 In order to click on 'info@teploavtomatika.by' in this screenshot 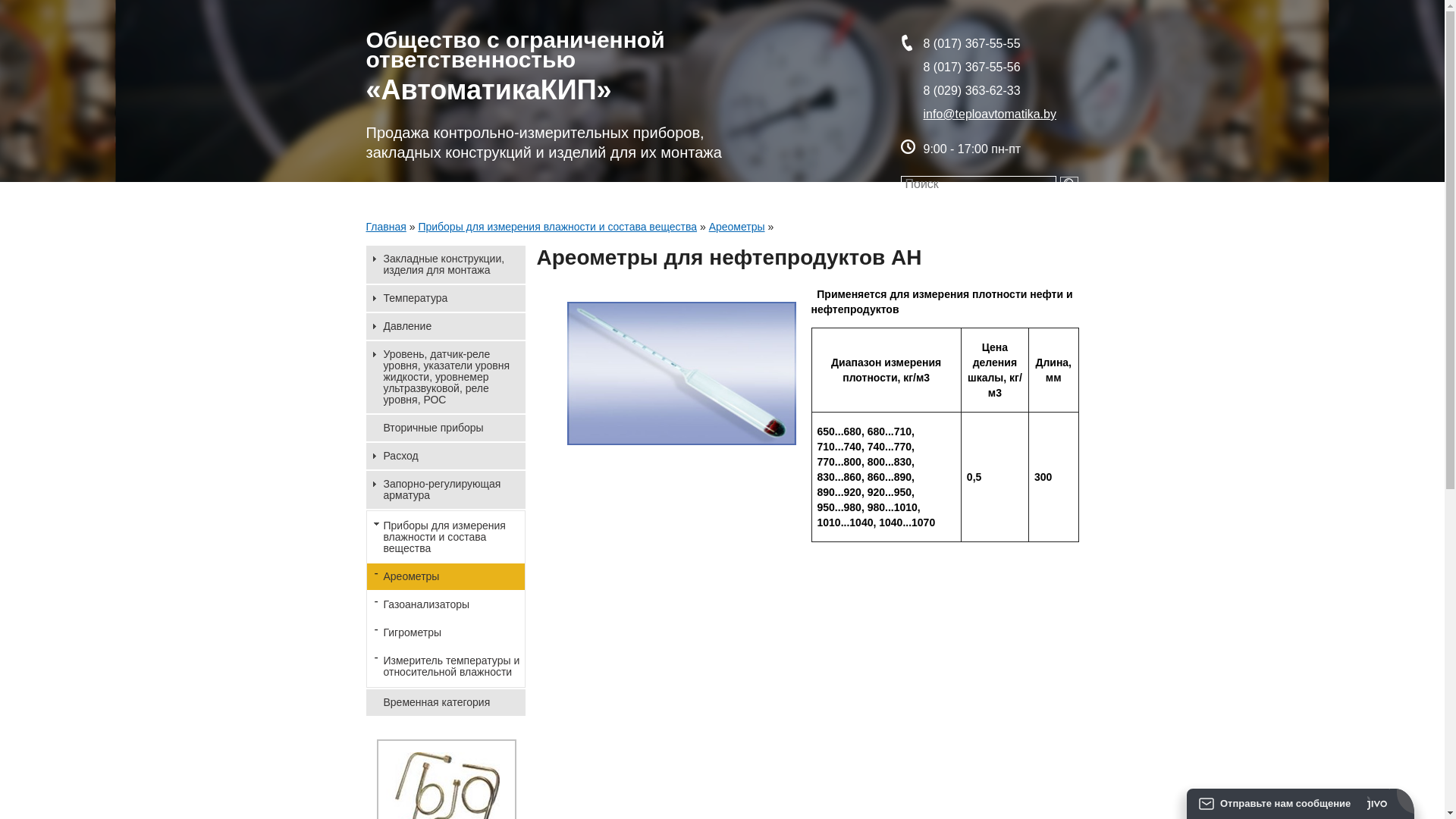, I will do `click(990, 113)`.